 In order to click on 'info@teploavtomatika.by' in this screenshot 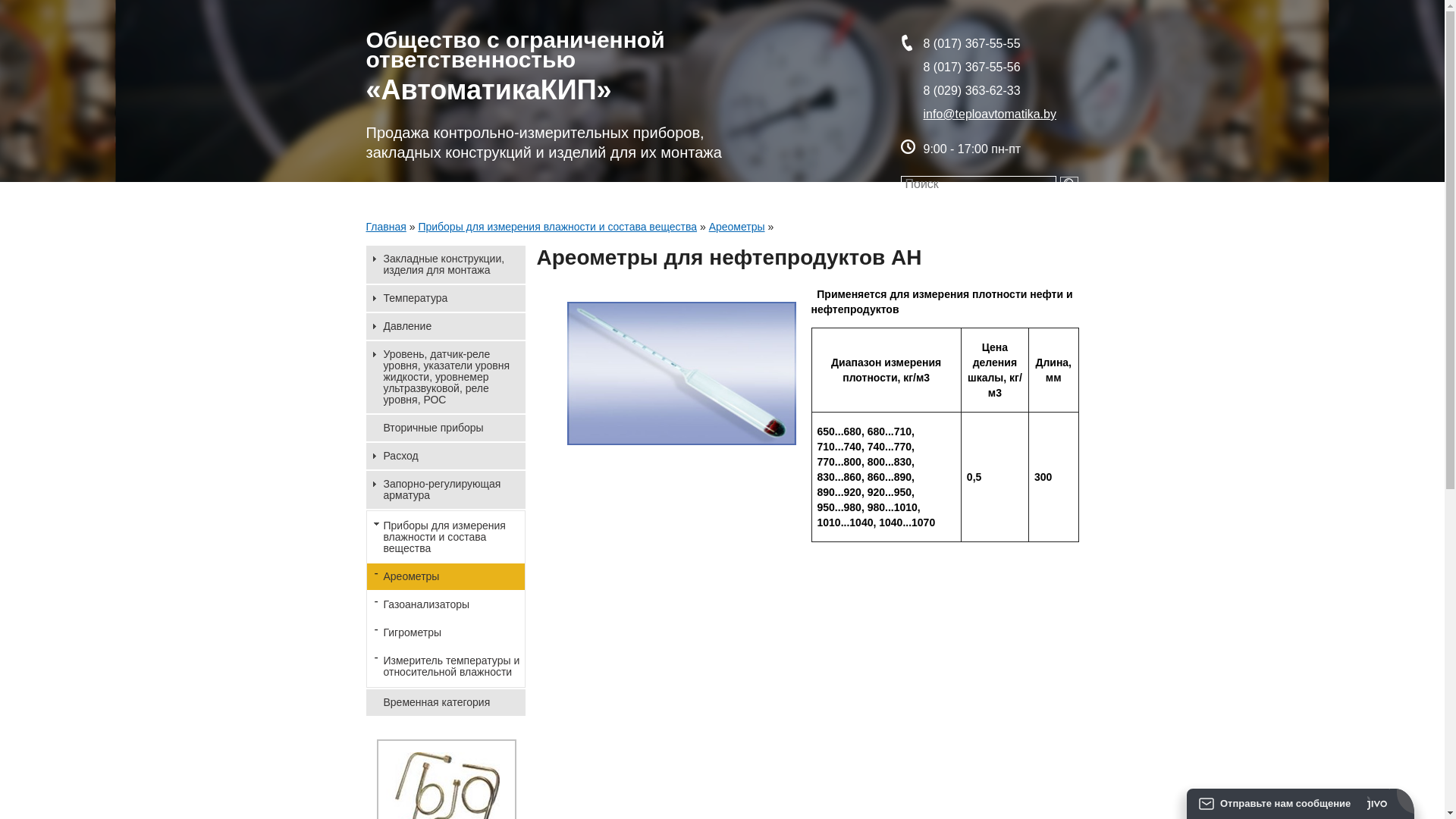, I will do `click(990, 113)`.